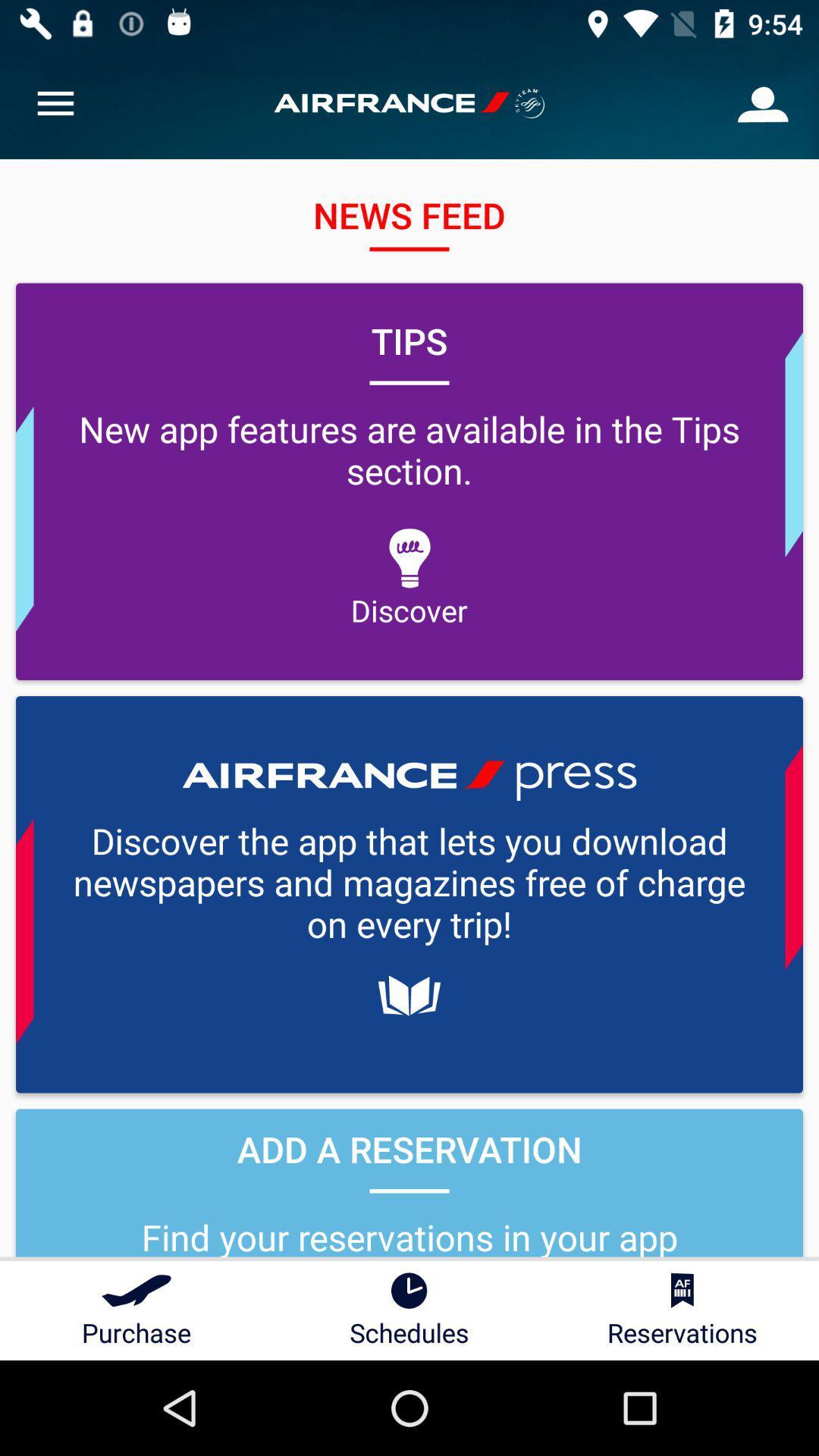 This screenshot has width=819, height=1456. Describe the element at coordinates (55, 102) in the screenshot. I see `item above tips item` at that location.